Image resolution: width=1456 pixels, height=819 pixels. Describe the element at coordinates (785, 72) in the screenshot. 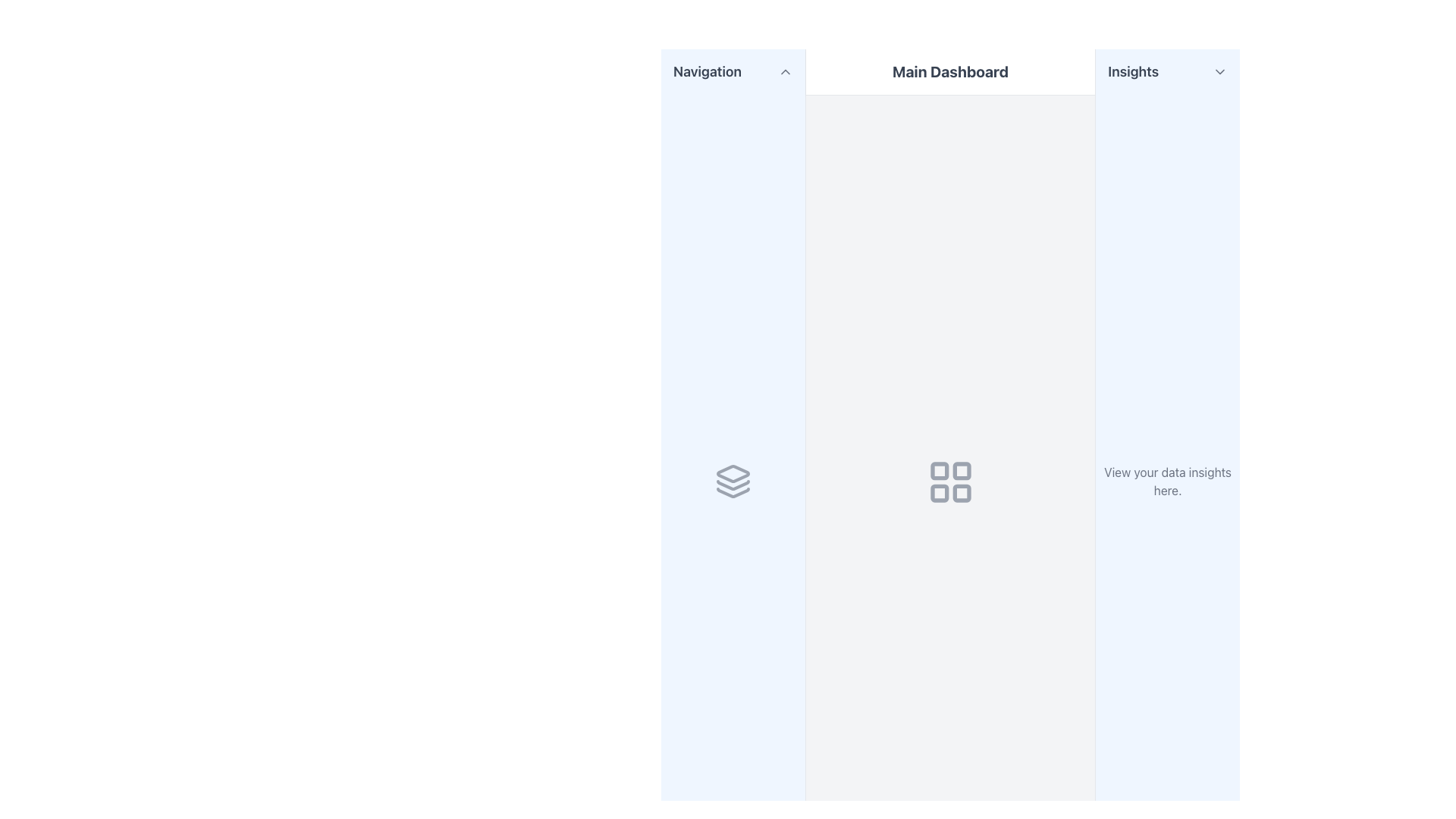

I see `the icon button located on the right side of the Navigation header text within the sidebar` at that location.